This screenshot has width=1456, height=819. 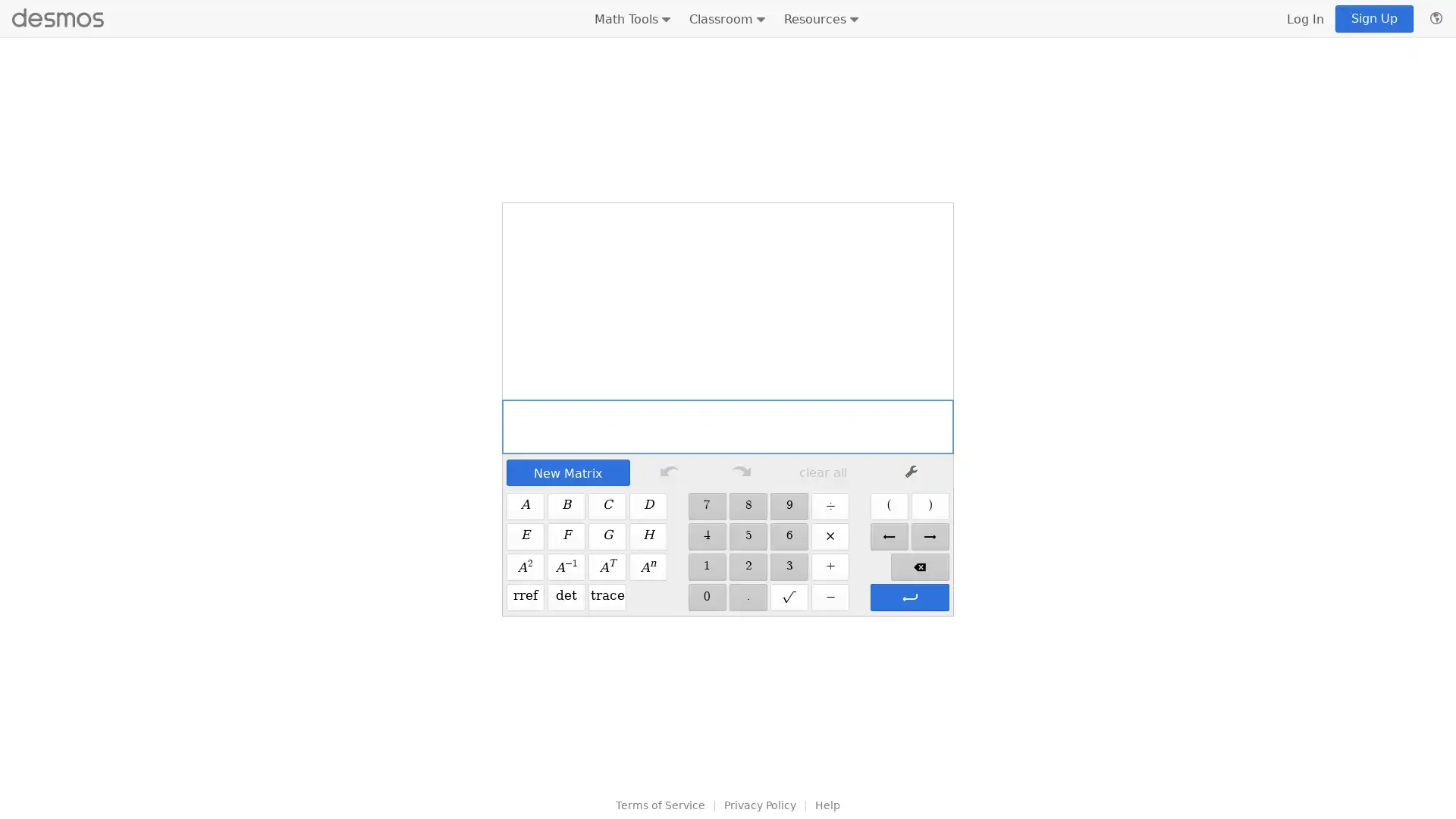 What do you see at coordinates (607, 506) in the screenshot?
I see `C` at bounding box center [607, 506].